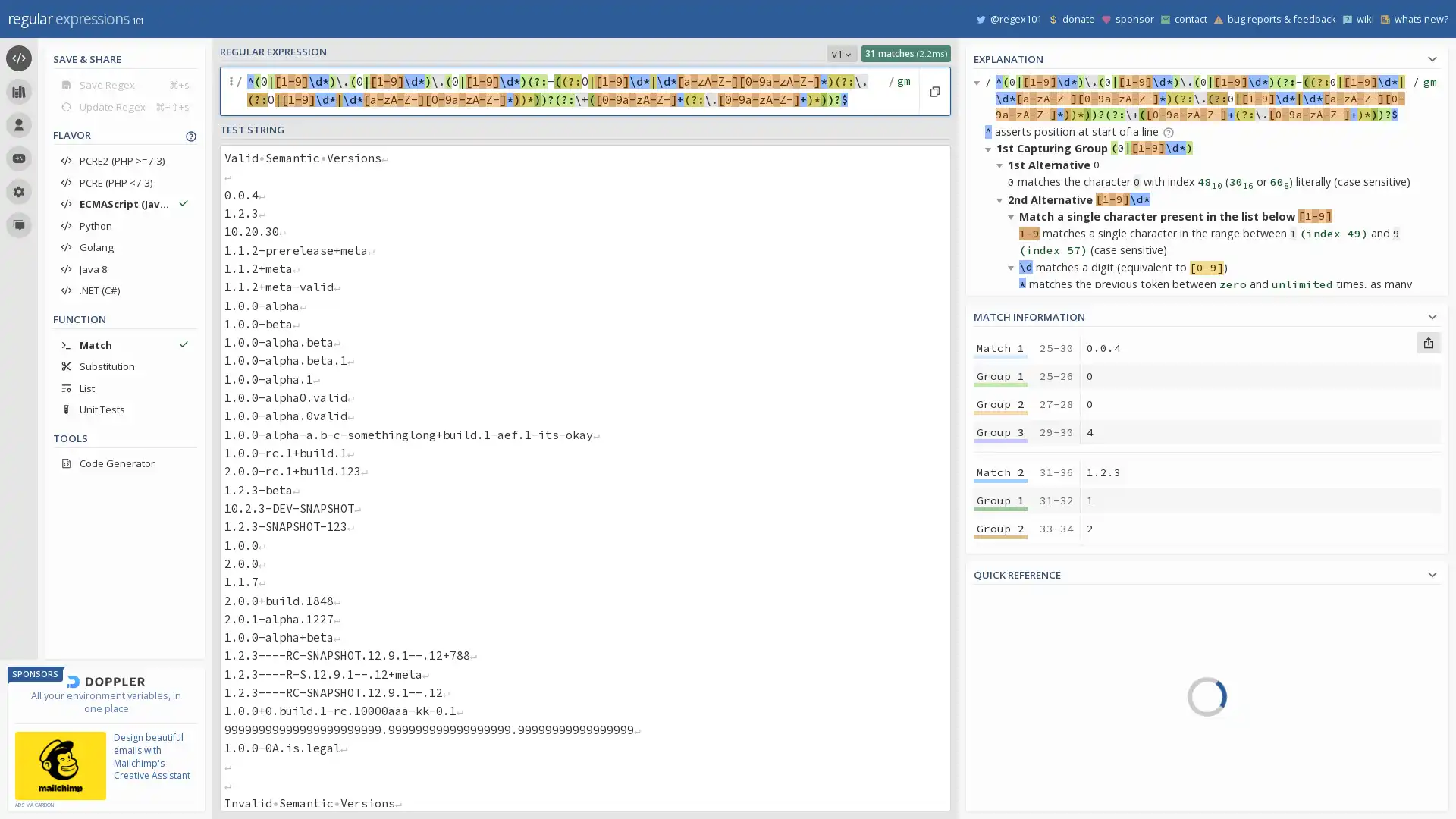  What do you see at coordinates (1000, 348) in the screenshot?
I see `Match 1` at bounding box center [1000, 348].